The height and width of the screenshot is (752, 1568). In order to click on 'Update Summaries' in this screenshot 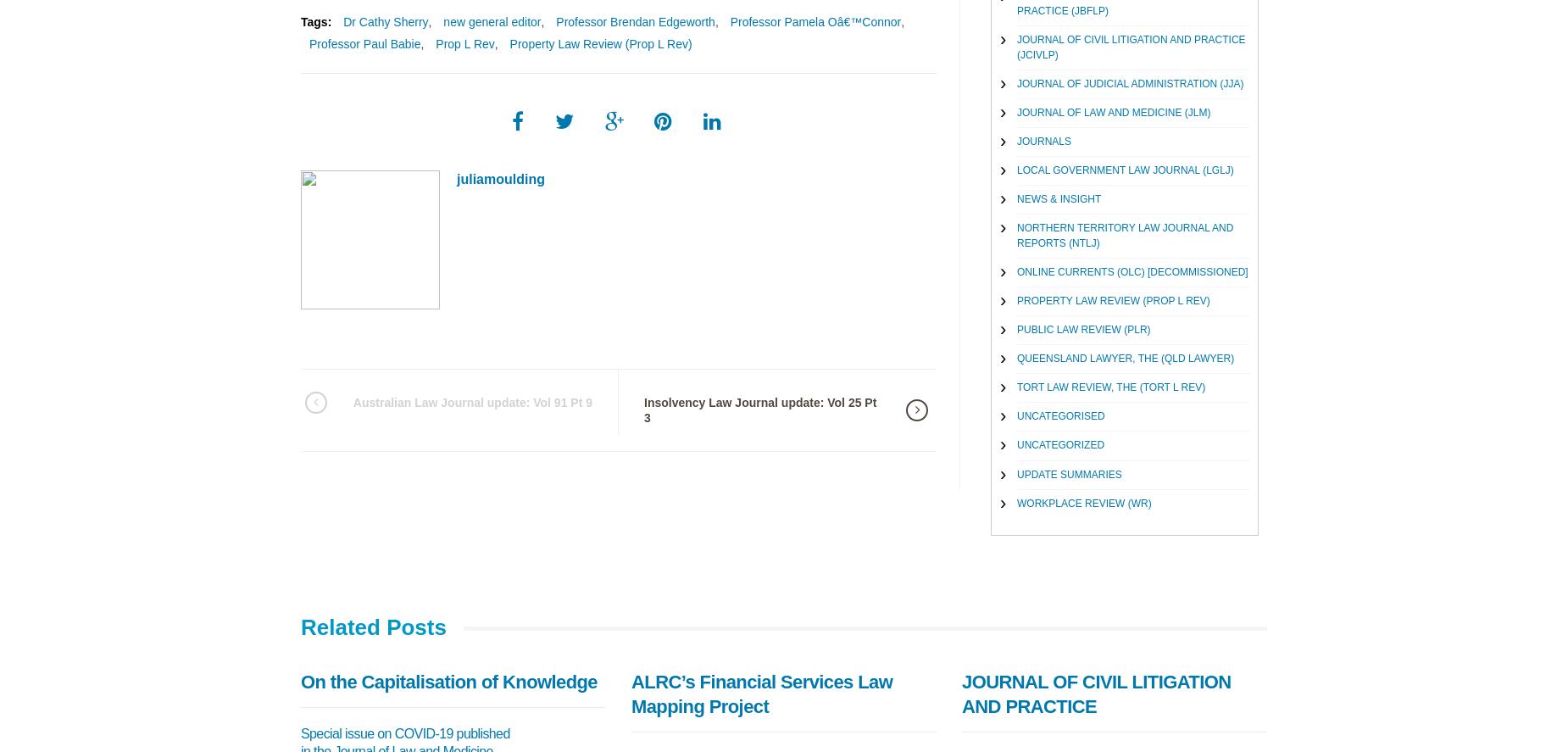, I will do `click(1068, 472)`.